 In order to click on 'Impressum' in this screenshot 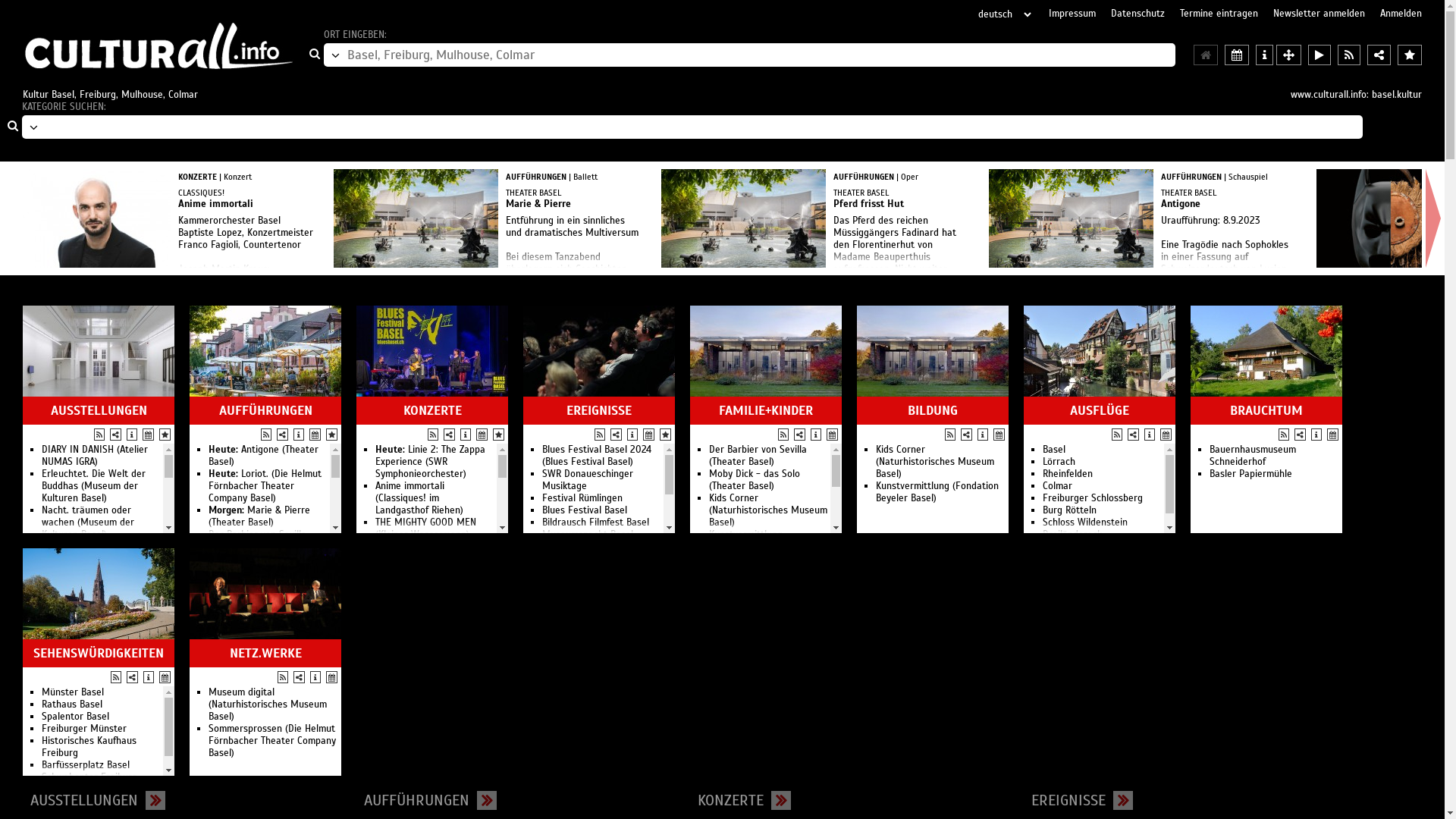, I will do `click(1072, 14)`.